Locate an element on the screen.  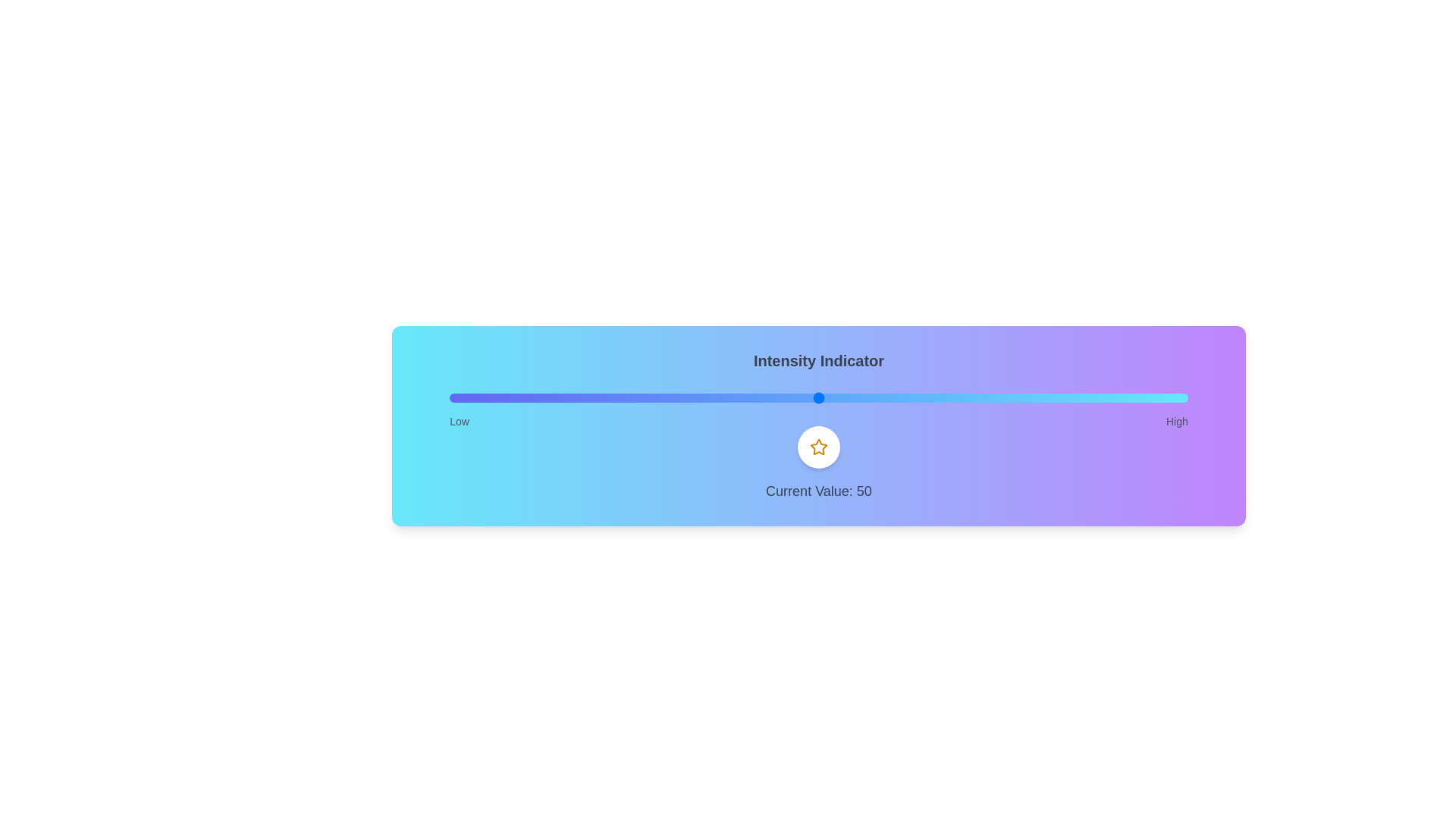
the slider to set the intensity to 85 is located at coordinates (1076, 397).